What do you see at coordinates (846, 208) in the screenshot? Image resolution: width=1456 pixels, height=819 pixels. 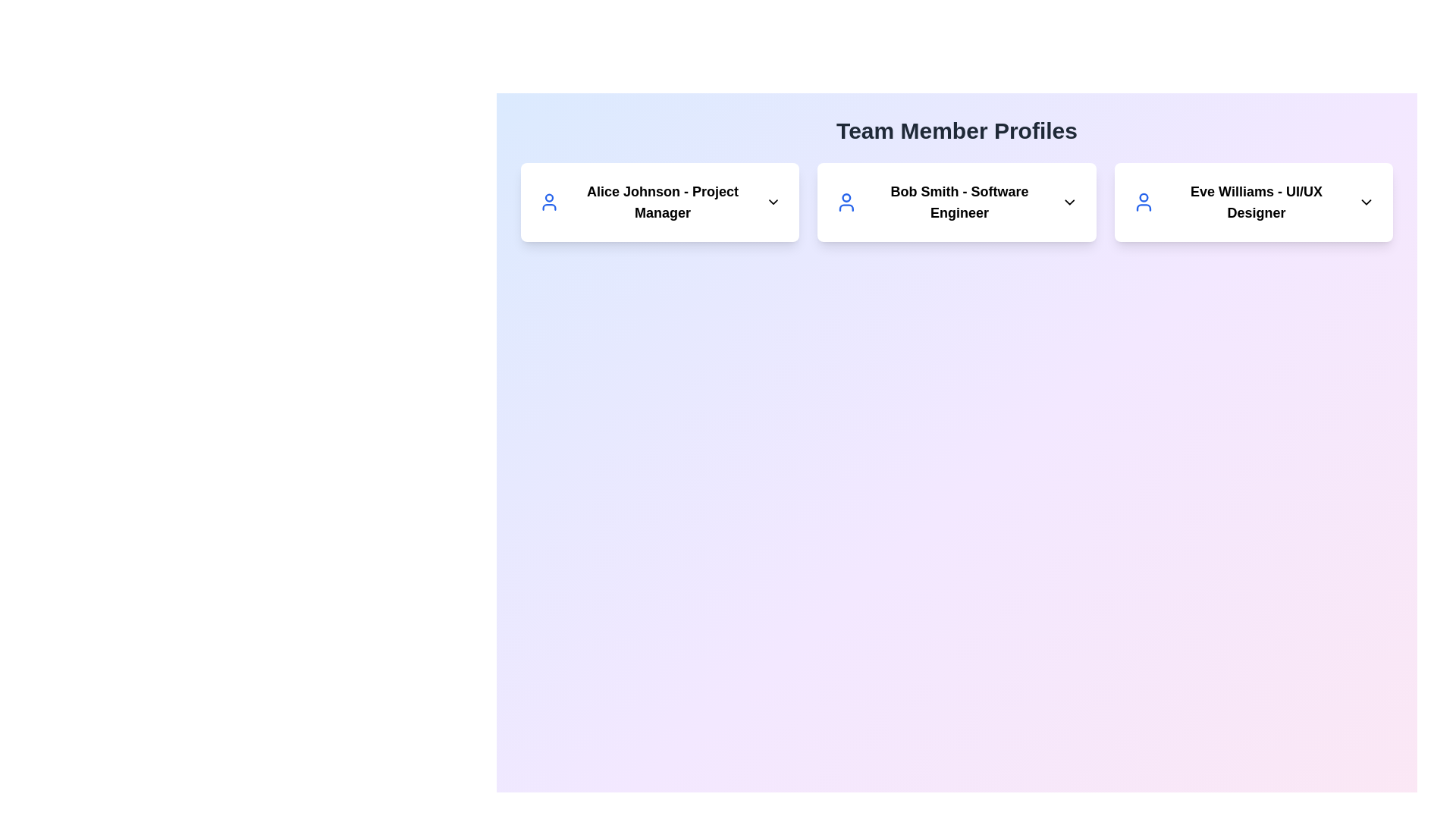 I see `SVG properties of the blue torso and shoulders component of the user icon located in the profile card for 'Bob Smith - Software Engineer'` at bounding box center [846, 208].